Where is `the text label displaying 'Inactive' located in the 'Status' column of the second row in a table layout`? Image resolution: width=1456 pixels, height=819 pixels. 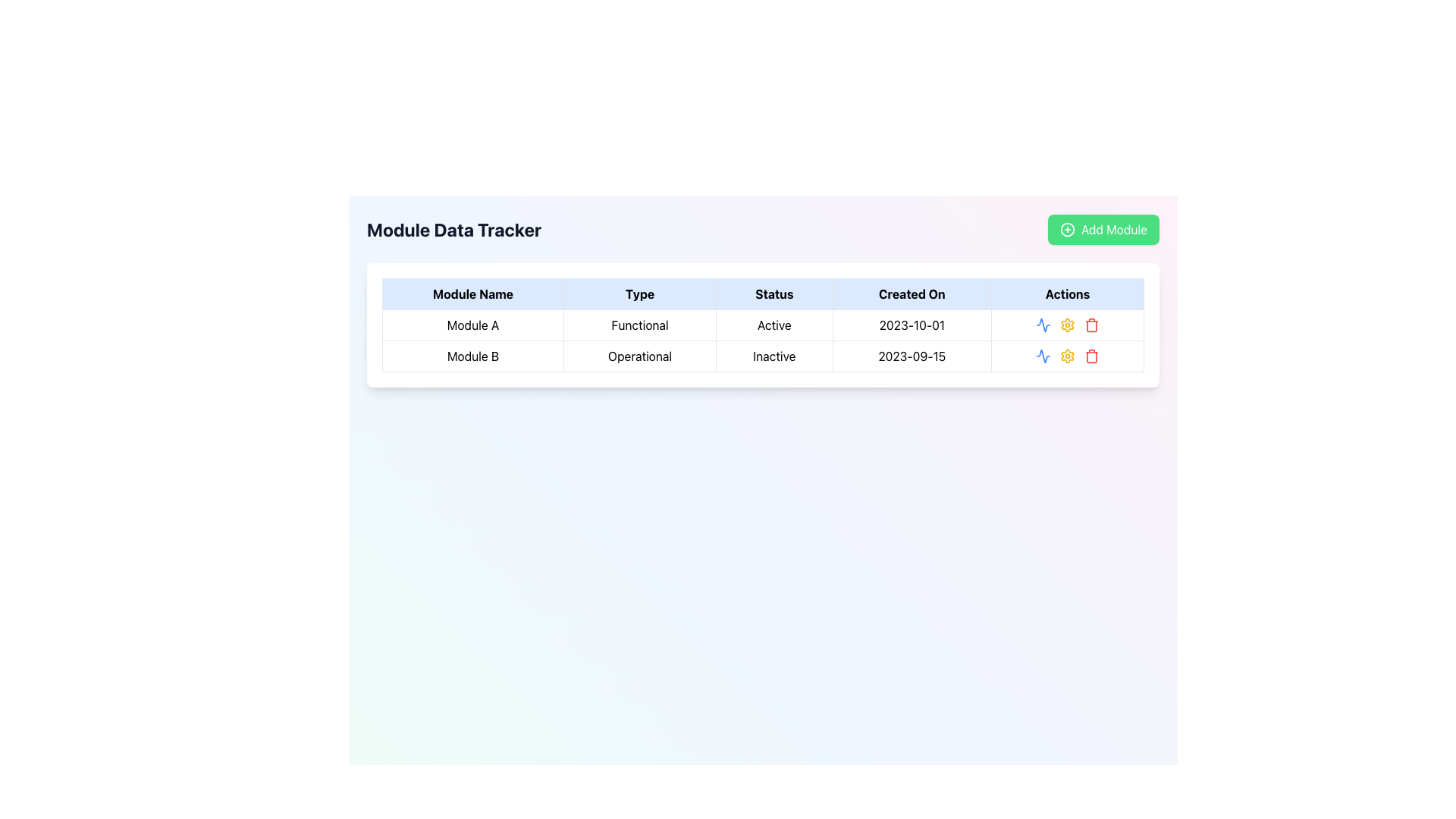 the text label displaying 'Inactive' located in the 'Status' column of the second row in a table layout is located at coordinates (774, 356).